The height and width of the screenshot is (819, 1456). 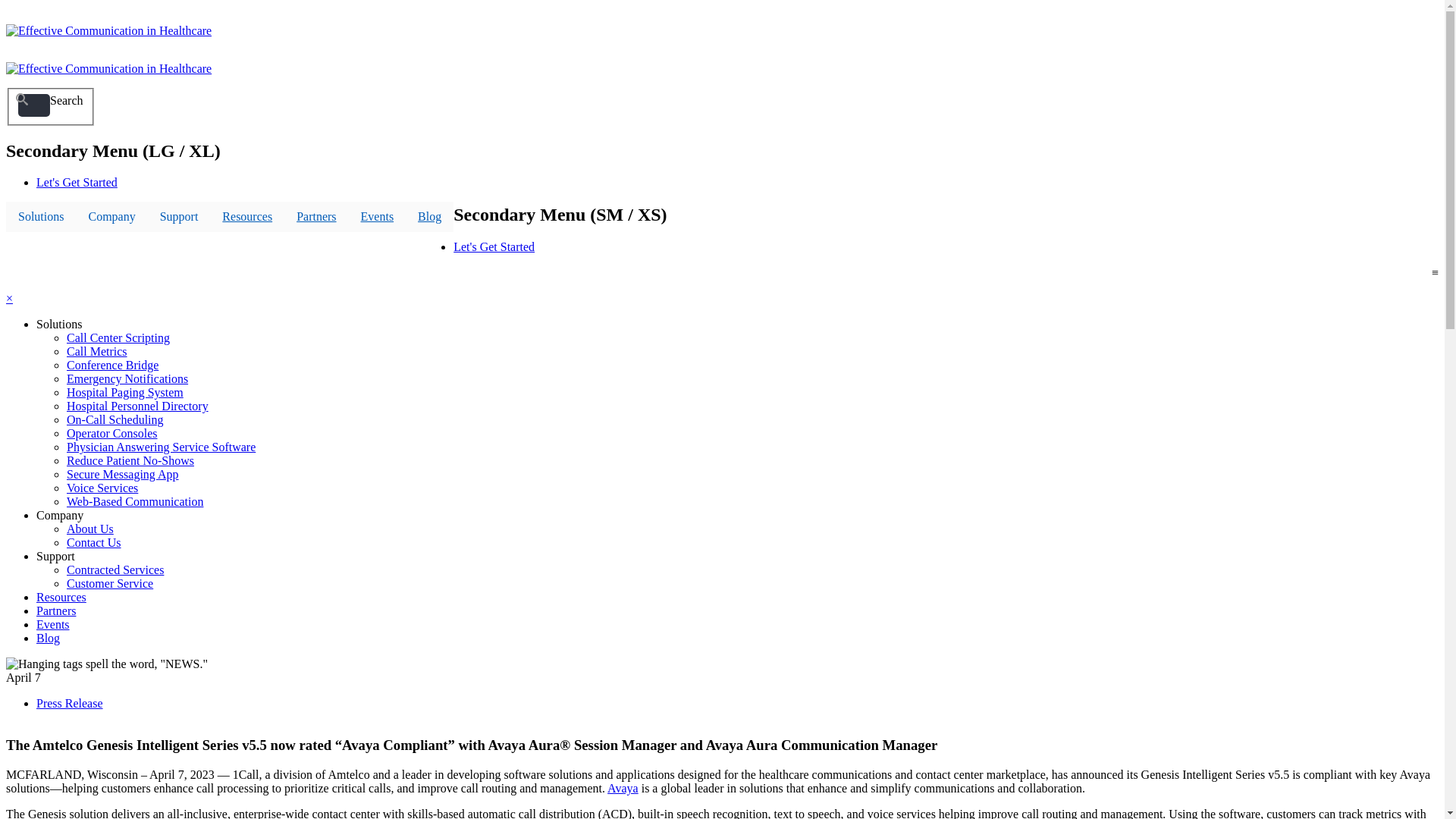 I want to click on 'Customer Service', so click(x=108, y=582).